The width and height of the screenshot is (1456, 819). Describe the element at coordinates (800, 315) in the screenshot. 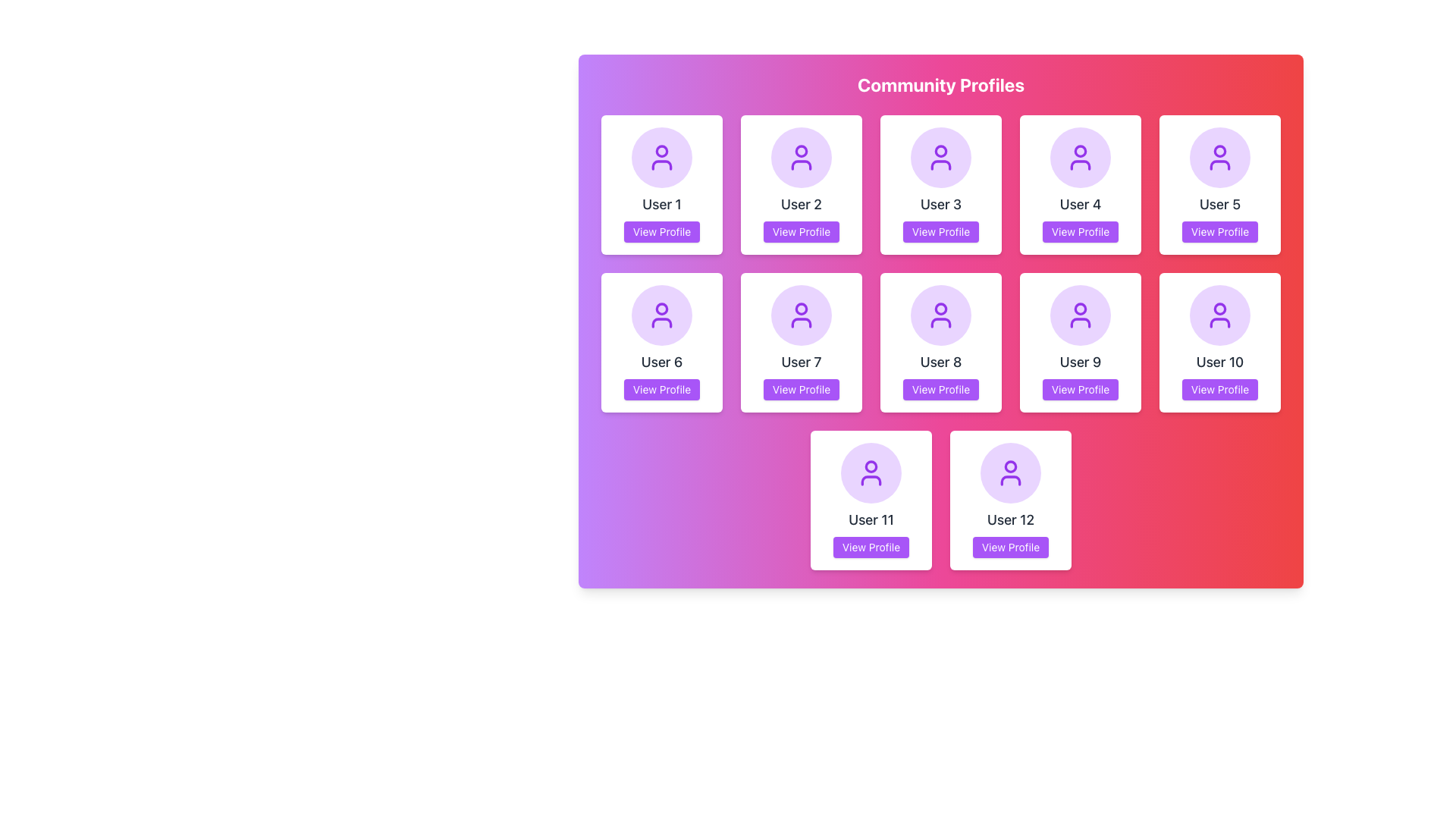

I see `the User Icon Graphic for 'User 7', which is the seventh profile element in a grid layout, located in the center row and second from the left` at that location.